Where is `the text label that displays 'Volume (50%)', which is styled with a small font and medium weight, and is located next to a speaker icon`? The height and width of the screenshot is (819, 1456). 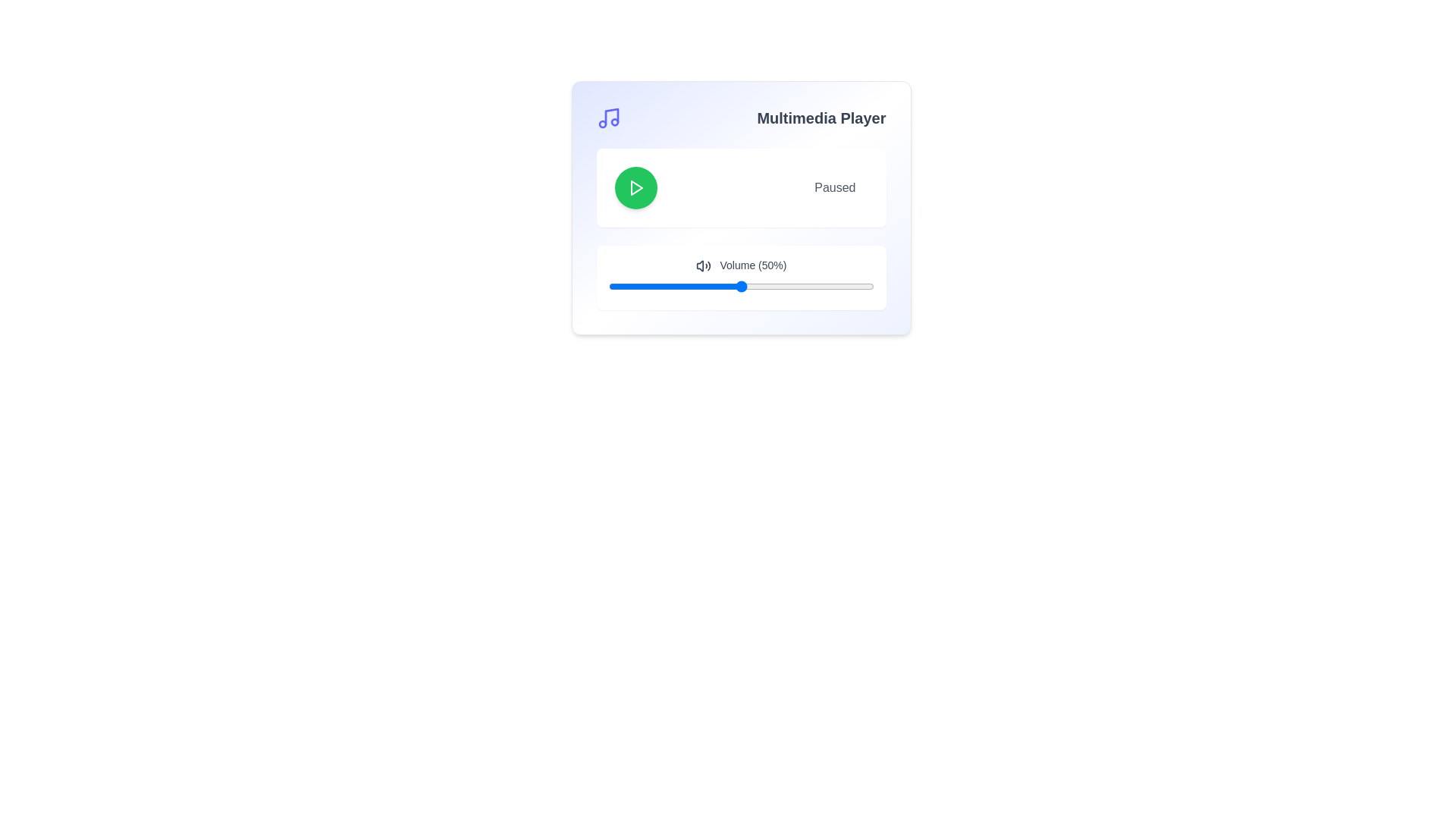
the text label that displays 'Volume (50%)', which is styled with a small font and medium weight, and is located next to a speaker icon is located at coordinates (741, 265).